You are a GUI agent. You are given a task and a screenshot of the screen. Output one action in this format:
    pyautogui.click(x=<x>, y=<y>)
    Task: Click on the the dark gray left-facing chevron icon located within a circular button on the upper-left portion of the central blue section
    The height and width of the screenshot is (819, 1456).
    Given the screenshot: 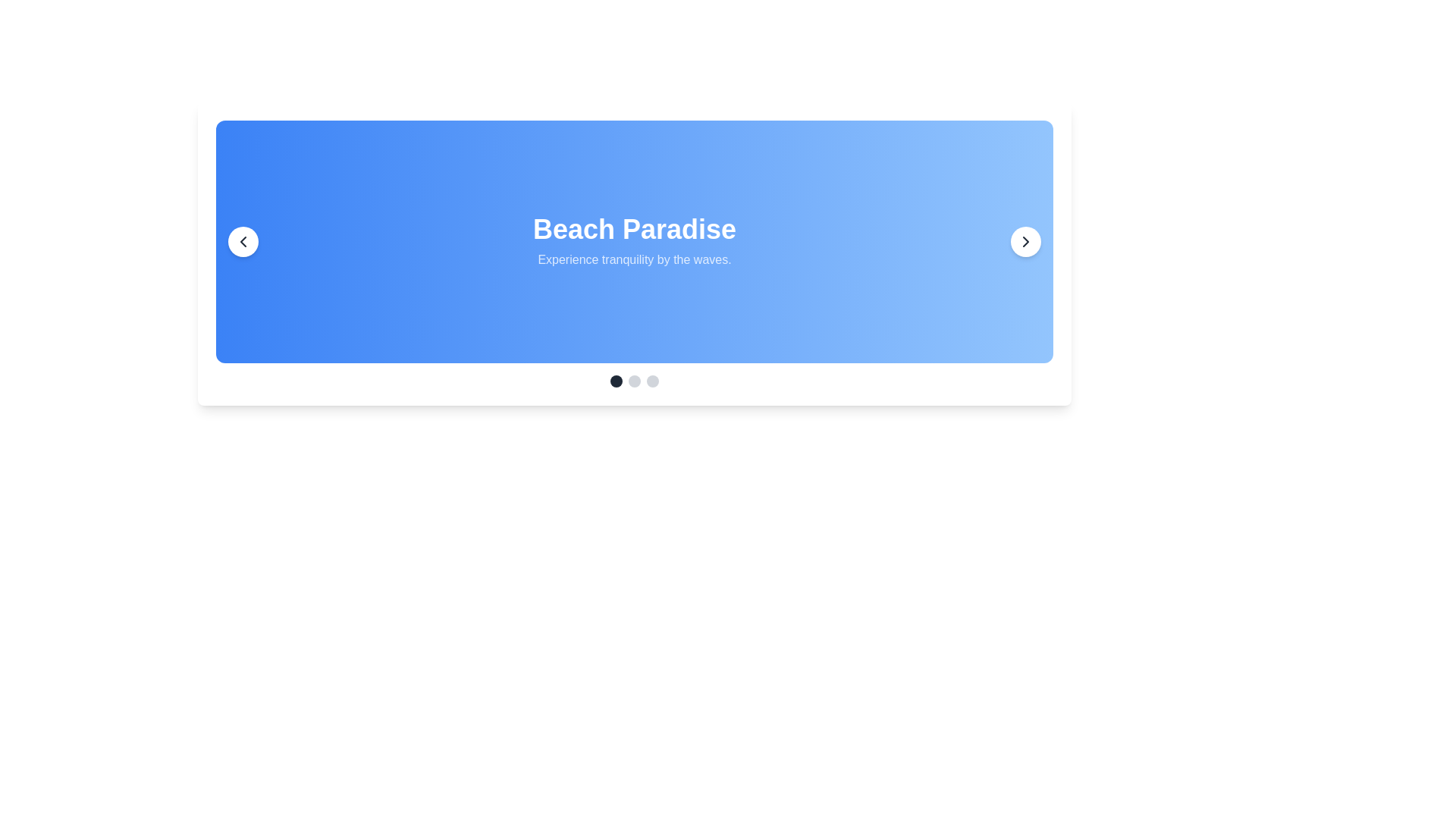 What is the action you would take?
    pyautogui.click(x=243, y=241)
    